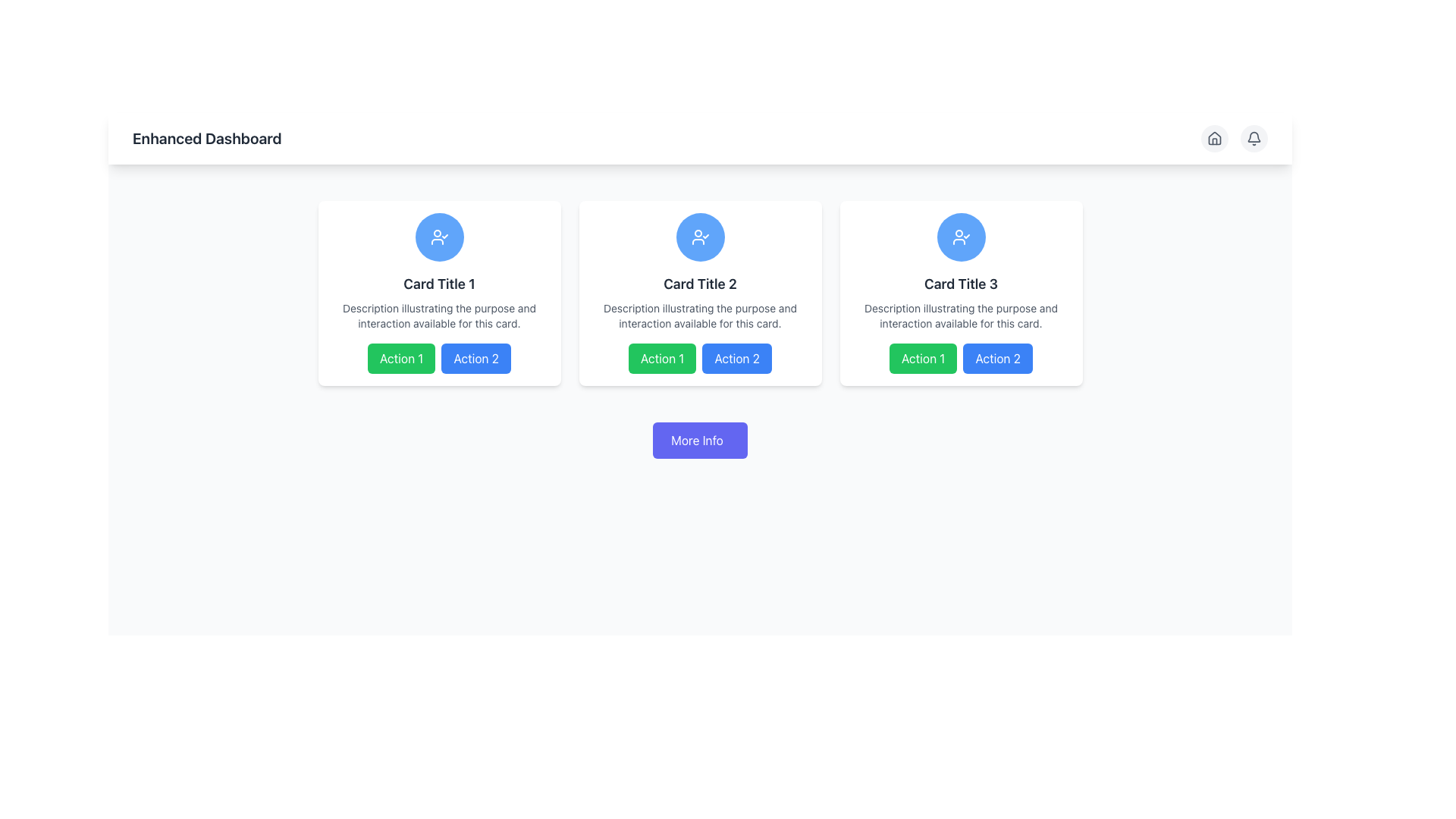 This screenshot has width=1456, height=819. What do you see at coordinates (699, 237) in the screenshot?
I see `the circular blue button with a white approval icon, located in the card titled 'Card Title 2'` at bounding box center [699, 237].